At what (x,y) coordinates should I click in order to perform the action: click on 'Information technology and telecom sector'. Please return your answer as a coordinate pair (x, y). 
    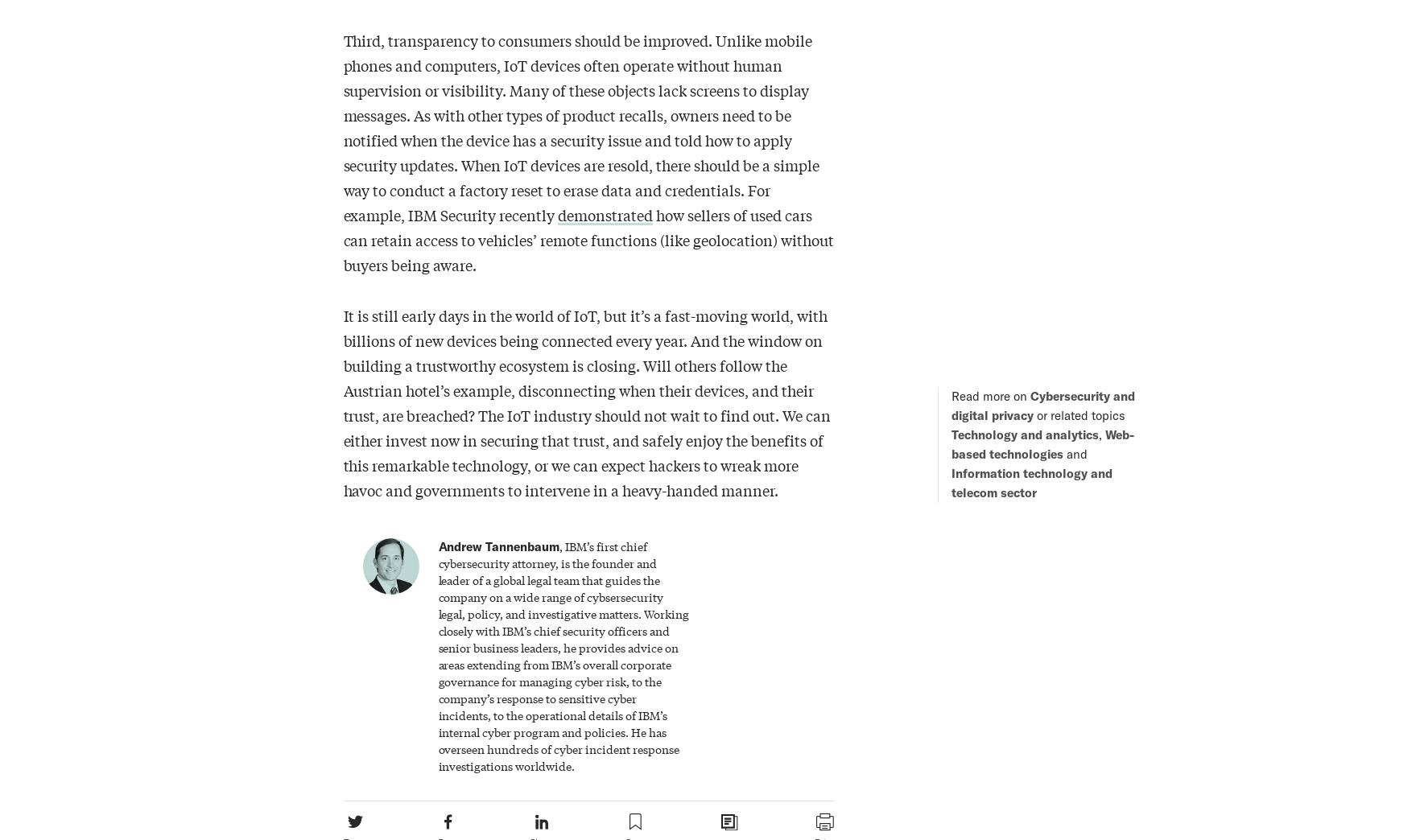
    Looking at the image, I should click on (1030, 482).